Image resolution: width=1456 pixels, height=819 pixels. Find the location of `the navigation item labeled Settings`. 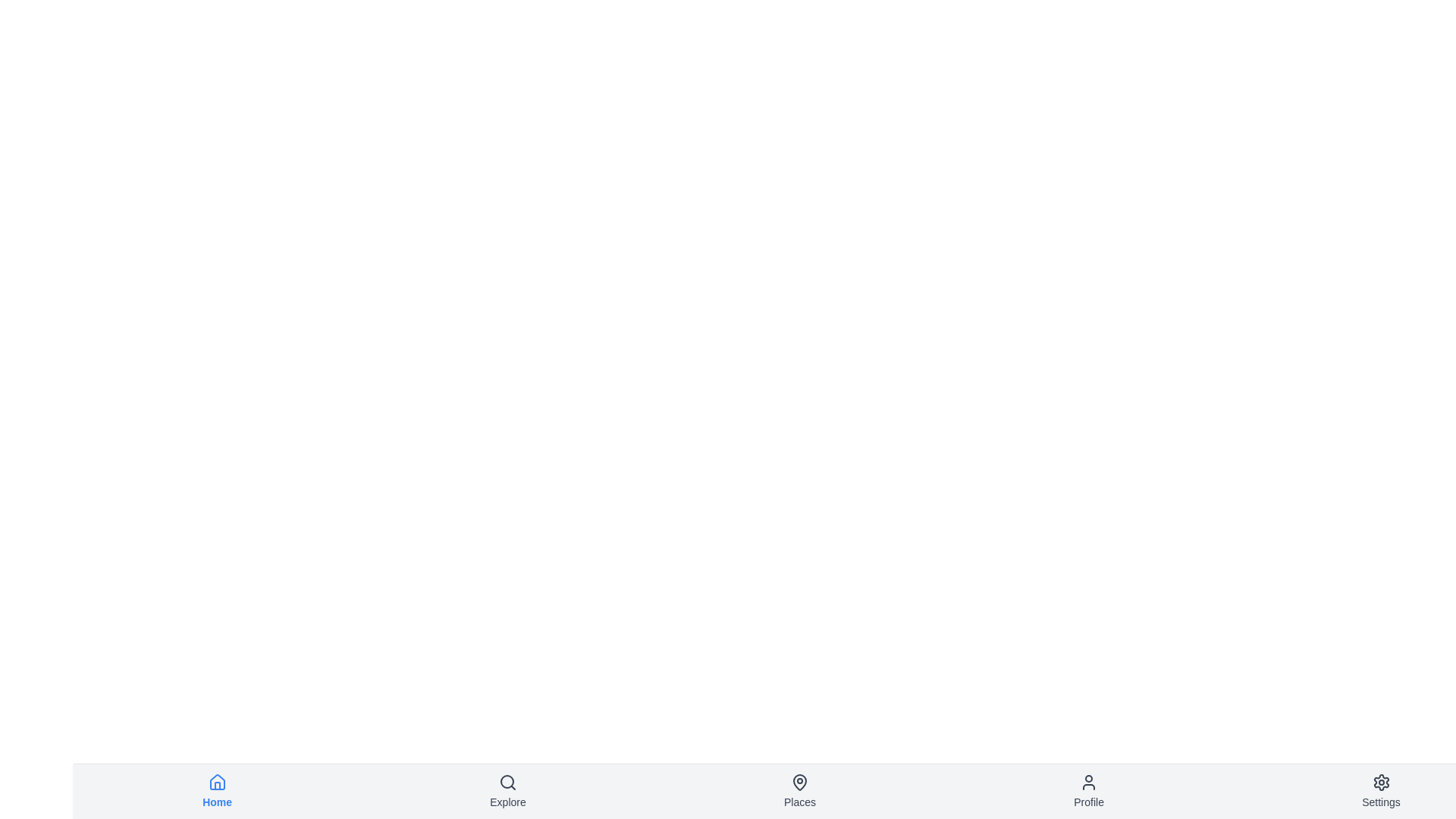

the navigation item labeled Settings is located at coordinates (1381, 791).